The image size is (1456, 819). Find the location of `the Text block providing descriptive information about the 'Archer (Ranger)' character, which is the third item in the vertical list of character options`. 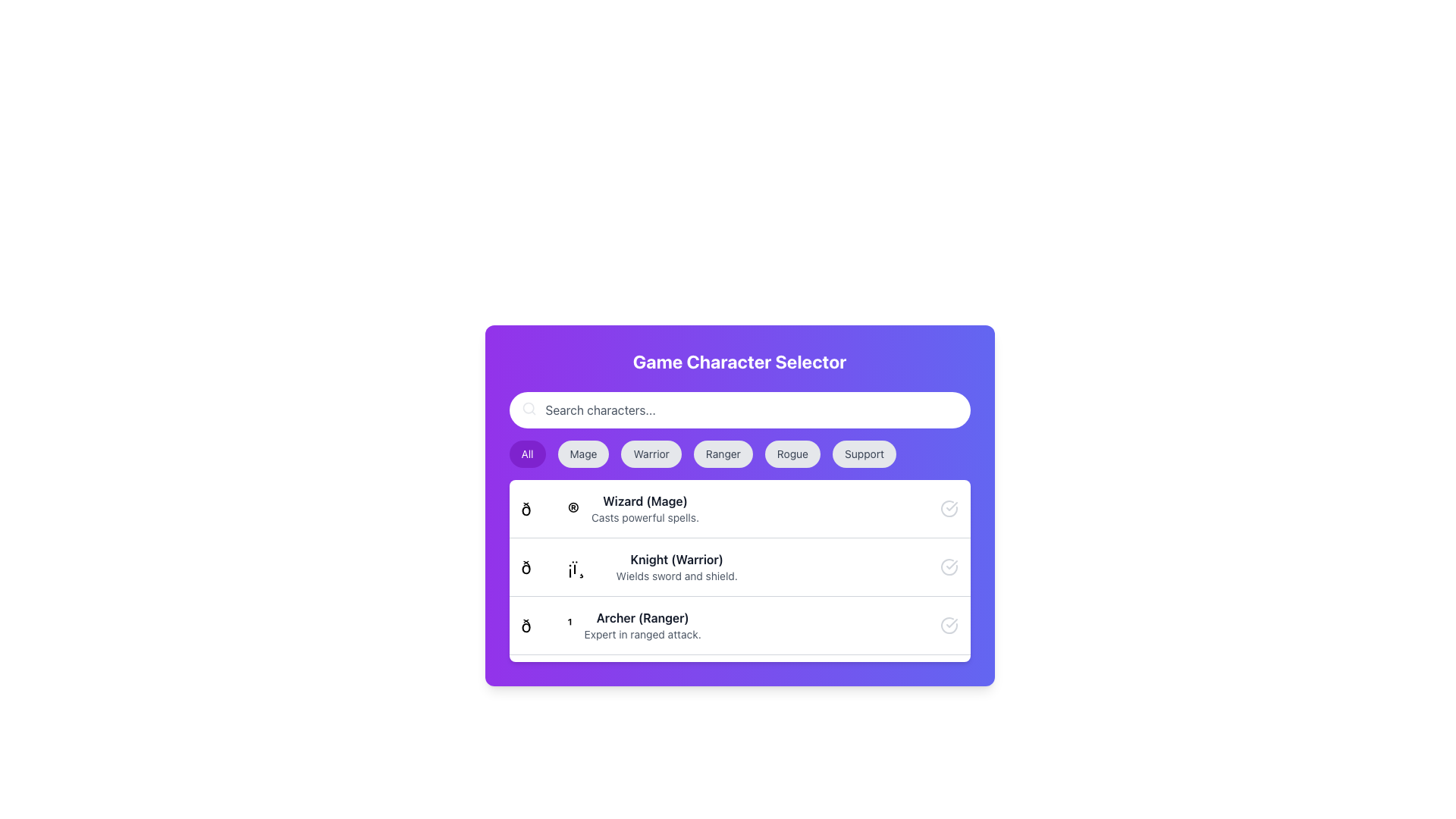

the Text block providing descriptive information about the 'Archer (Ranger)' character, which is the third item in the vertical list of character options is located at coordinates (642, 626).